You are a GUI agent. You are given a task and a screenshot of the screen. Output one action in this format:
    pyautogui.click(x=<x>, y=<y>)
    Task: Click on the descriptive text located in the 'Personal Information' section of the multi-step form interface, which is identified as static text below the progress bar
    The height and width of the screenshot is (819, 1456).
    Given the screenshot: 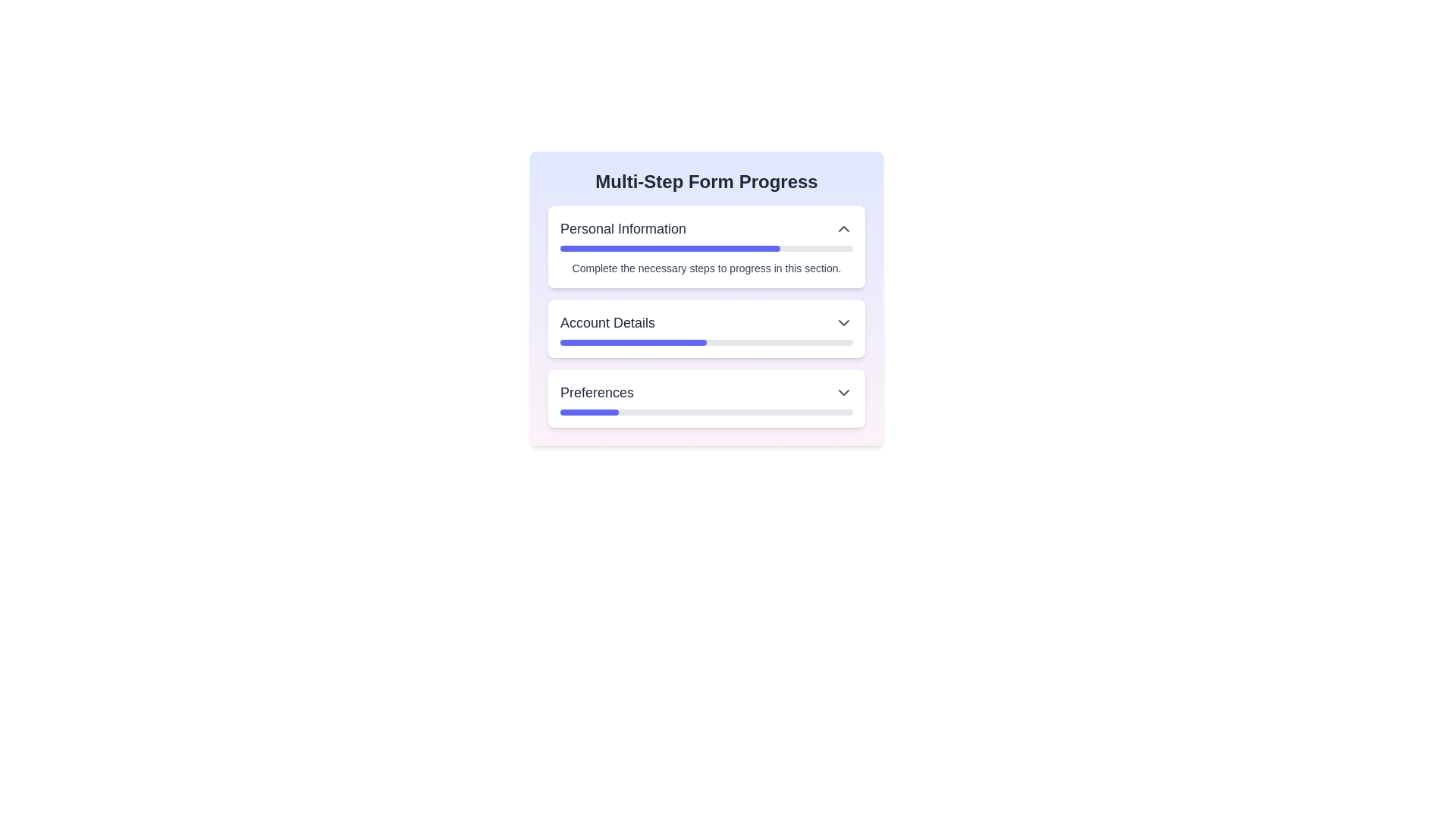 What is the action you would take?
    pyautogui.click(x=705, y=268)
    